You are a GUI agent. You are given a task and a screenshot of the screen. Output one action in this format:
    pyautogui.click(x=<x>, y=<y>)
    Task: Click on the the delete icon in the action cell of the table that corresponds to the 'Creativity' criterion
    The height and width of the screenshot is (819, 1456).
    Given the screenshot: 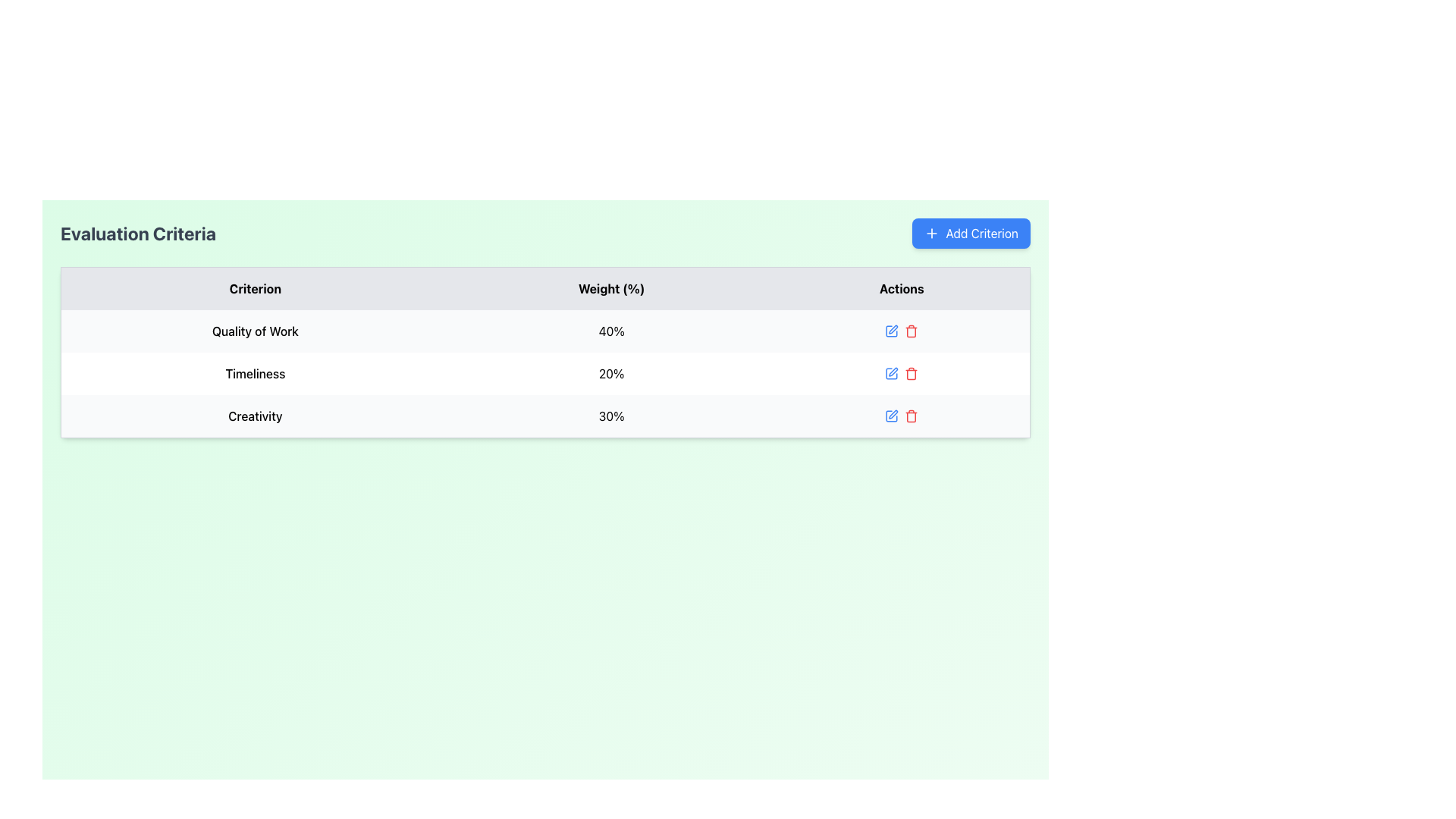 What is the action you would take?
    pyautogui.click(x=902, y=416)
    